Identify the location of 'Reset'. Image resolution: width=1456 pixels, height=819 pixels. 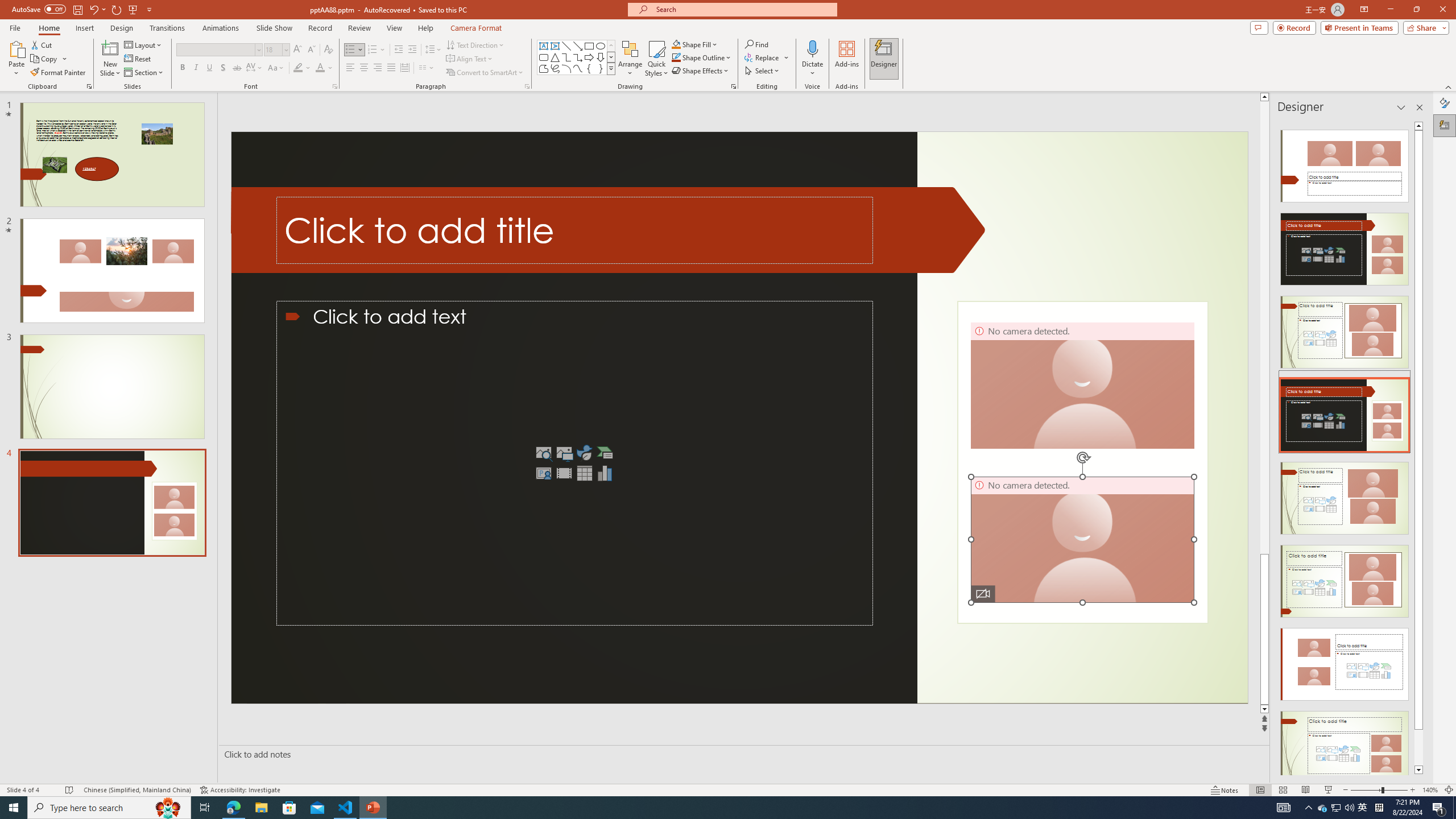
(138, 59).